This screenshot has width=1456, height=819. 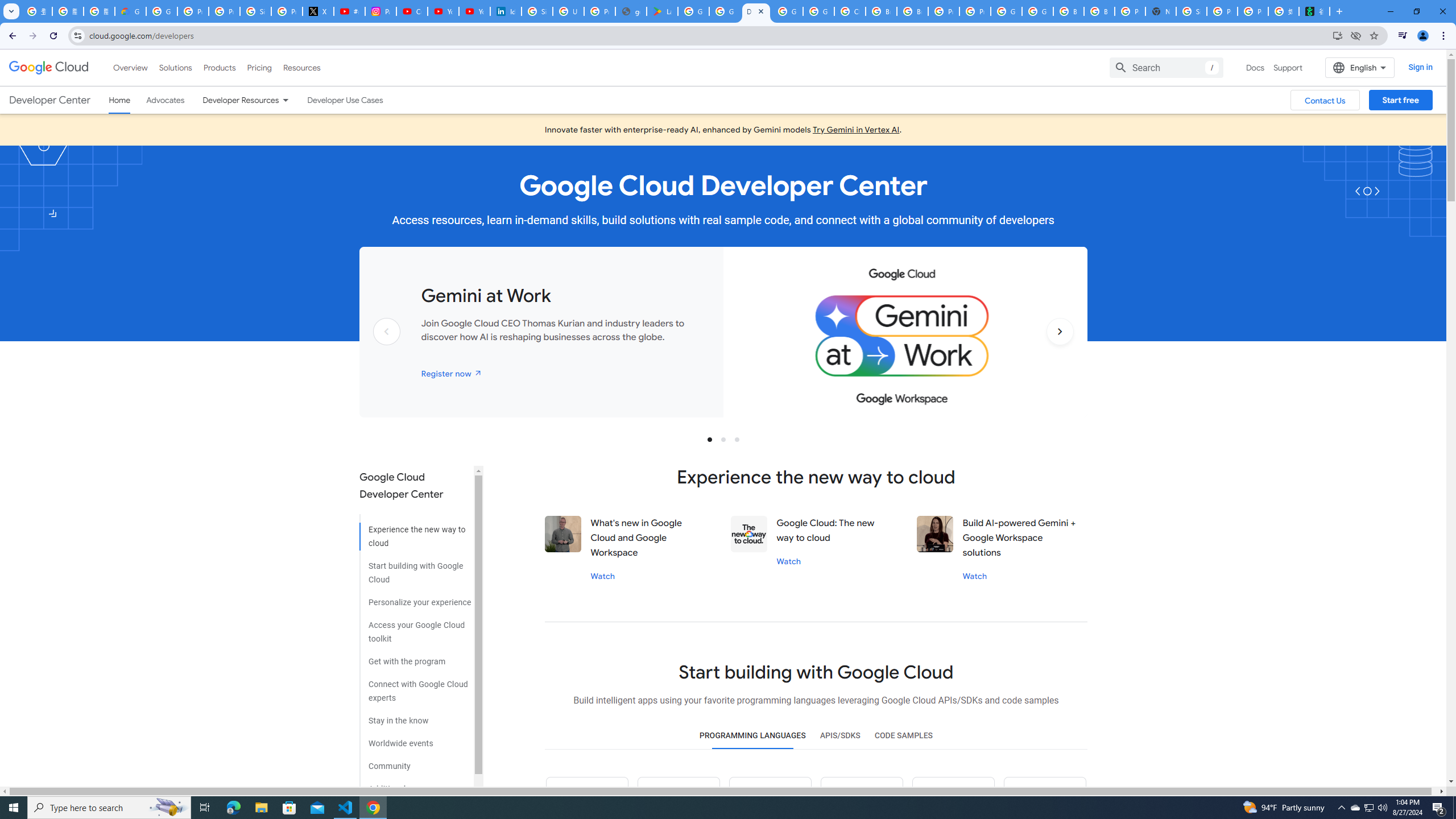 I want to click on 'Slide 2', so click(x=723, y=439).